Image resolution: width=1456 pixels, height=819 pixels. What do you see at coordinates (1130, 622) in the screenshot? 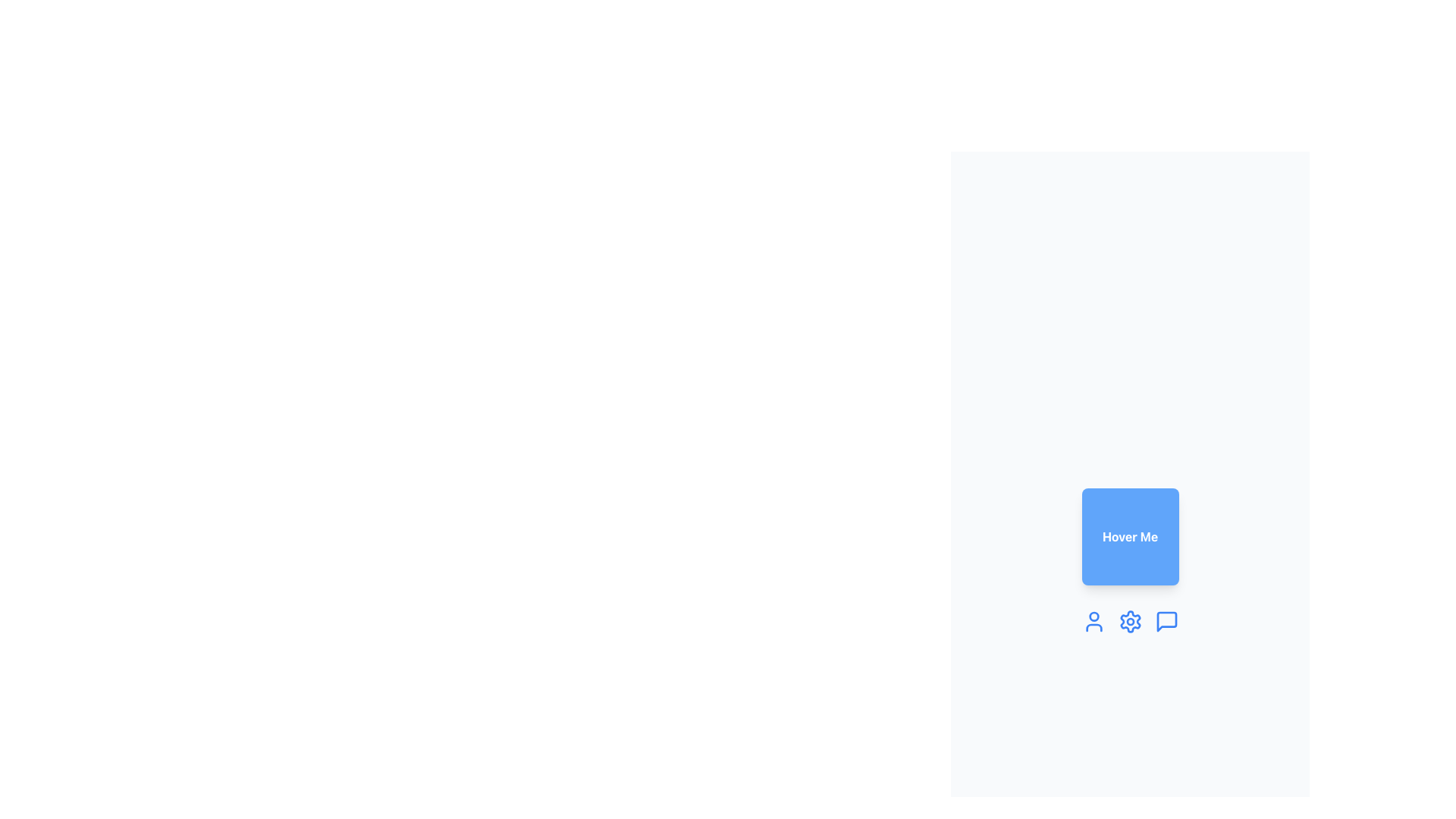
I see `the middle blue icon located directly beneath the 'Hover Me' button` at bounding box center [1130, 622].